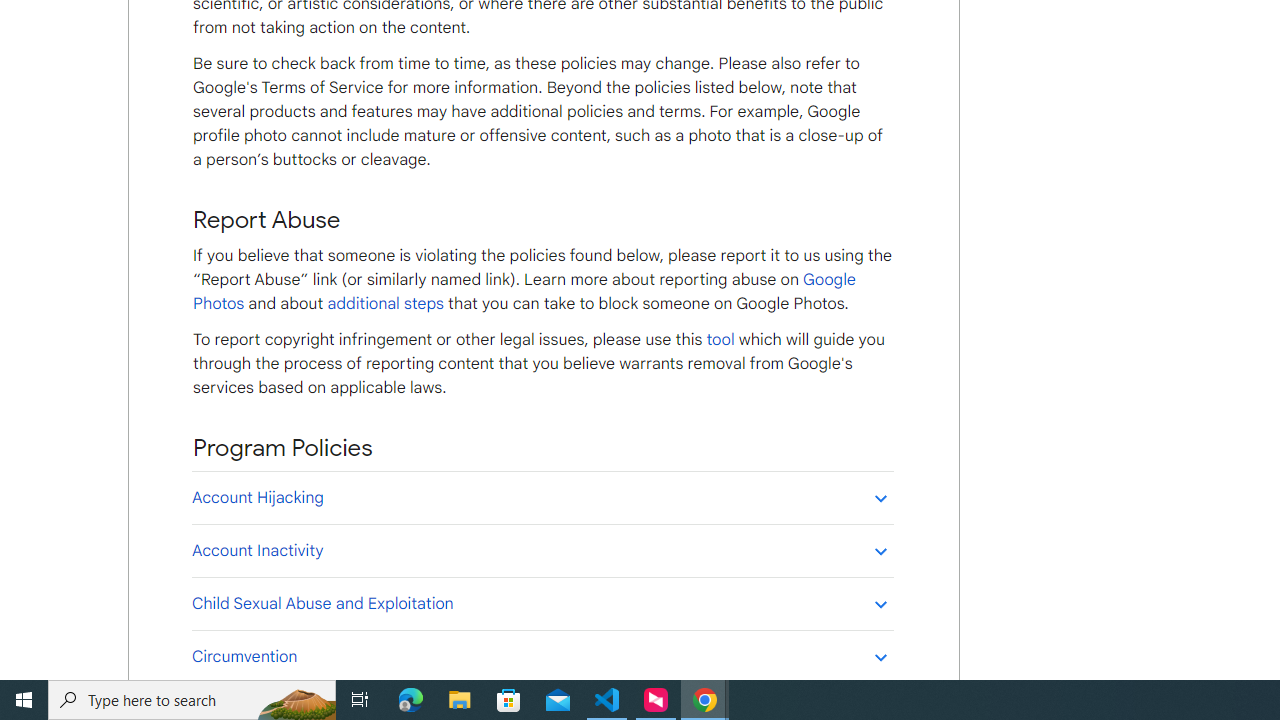 This screenshot has height=720, width=1280. What do you see at coordinates (542, 496) in the screenshot?
I see `'Account Hijacking'` at bounding box center [542, 496].